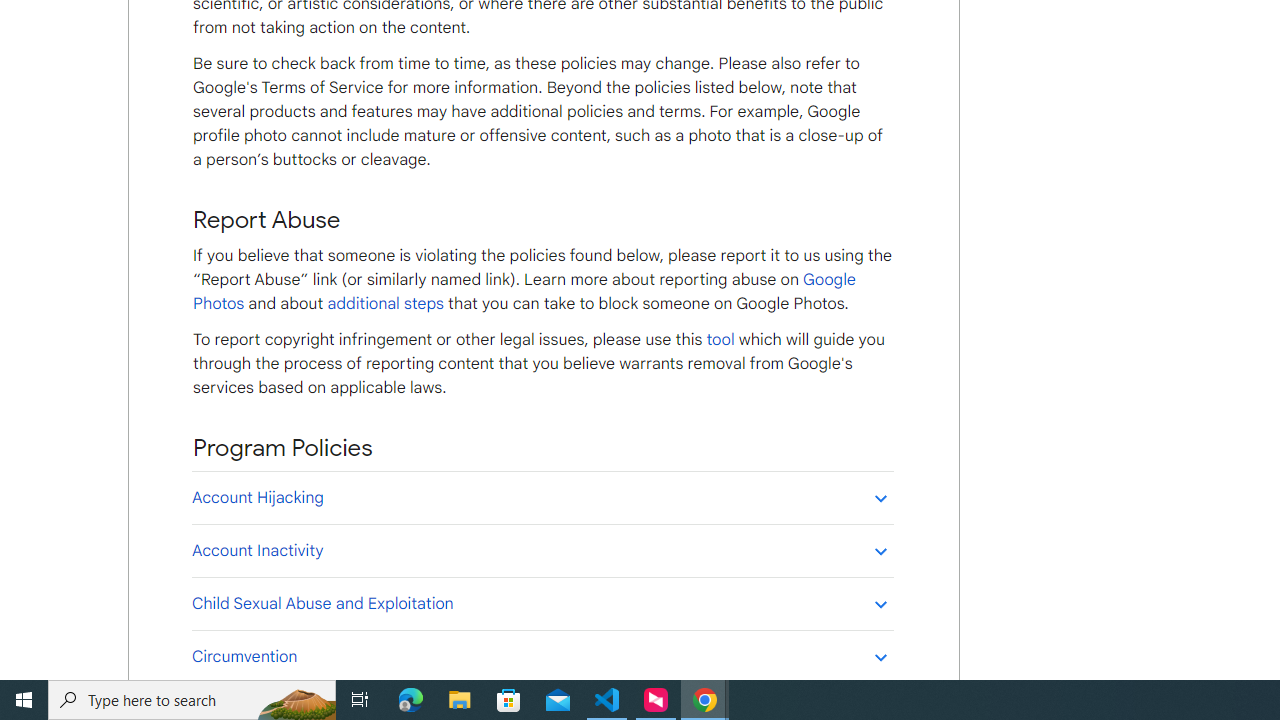 This screenshot has height=720, width=1280. What do you see at coordinates (542, 496) in the screenshot?
I see `'Account Hijacking'` at bounding box center [542, 496].